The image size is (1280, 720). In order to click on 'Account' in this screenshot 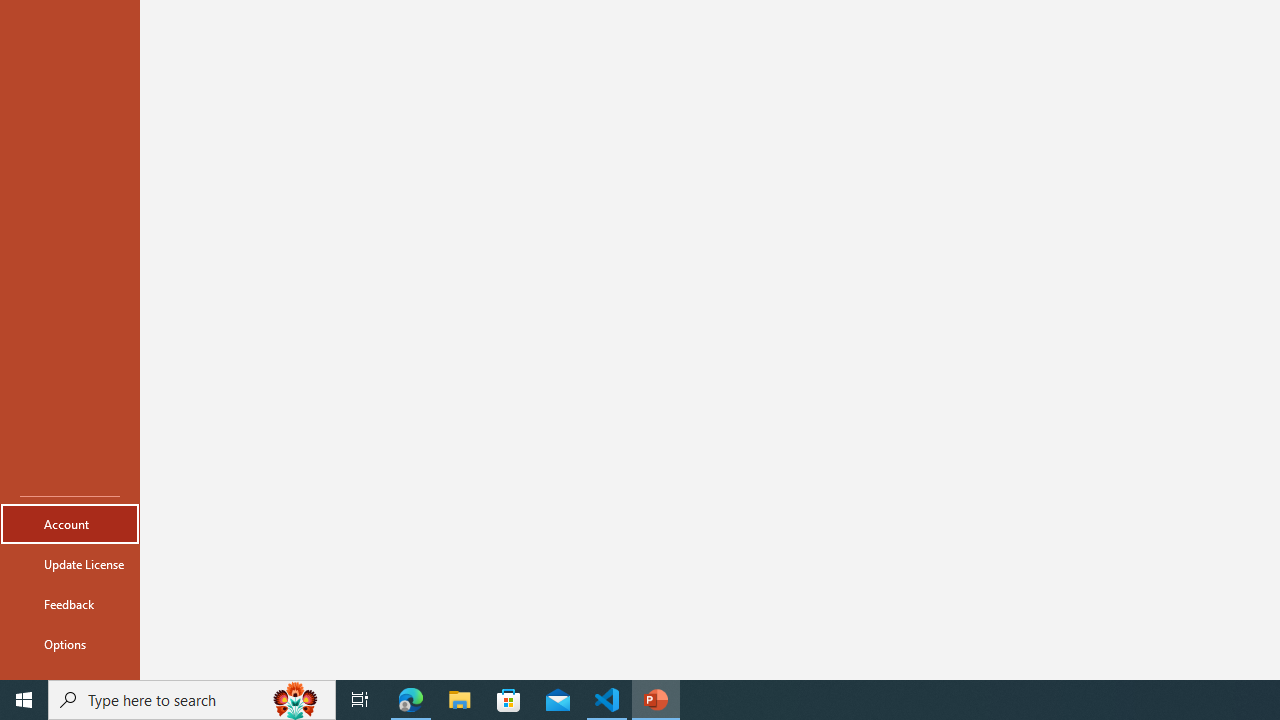, I will do `click(69, 523)`.